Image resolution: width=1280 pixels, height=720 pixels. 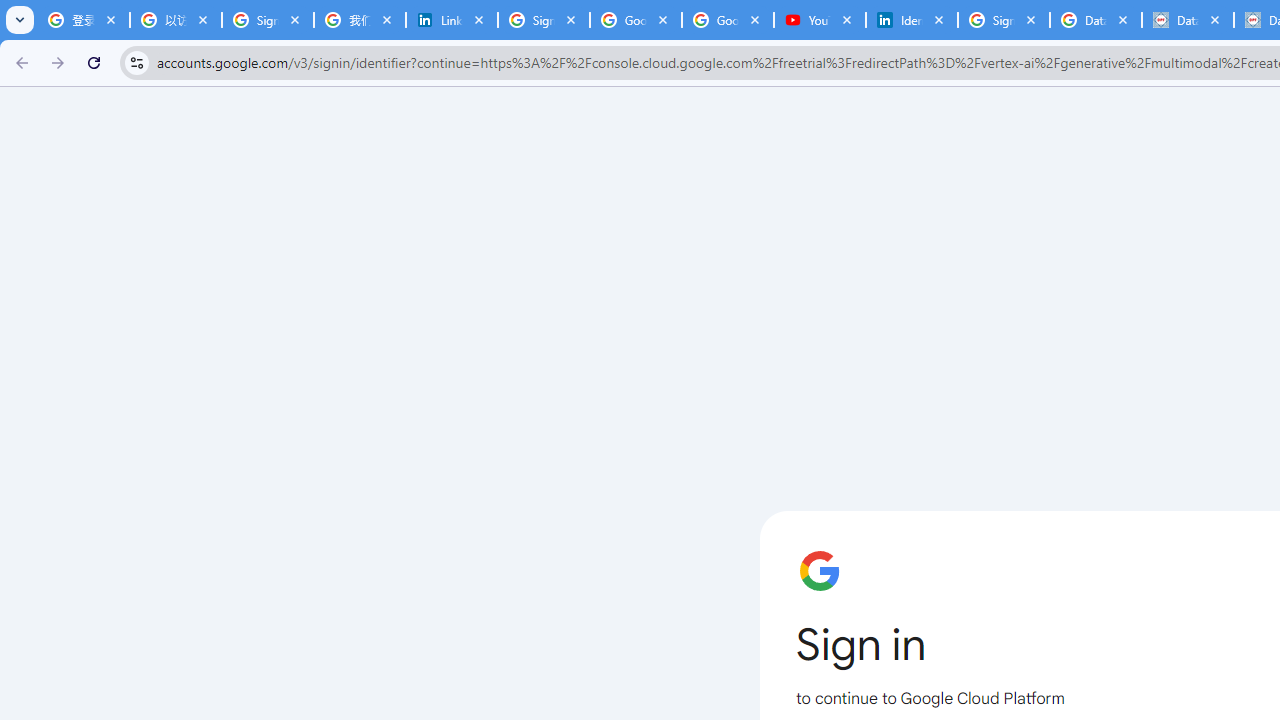 I want to click on 'Data Privacy Framework', so click(x=1187, y=20).